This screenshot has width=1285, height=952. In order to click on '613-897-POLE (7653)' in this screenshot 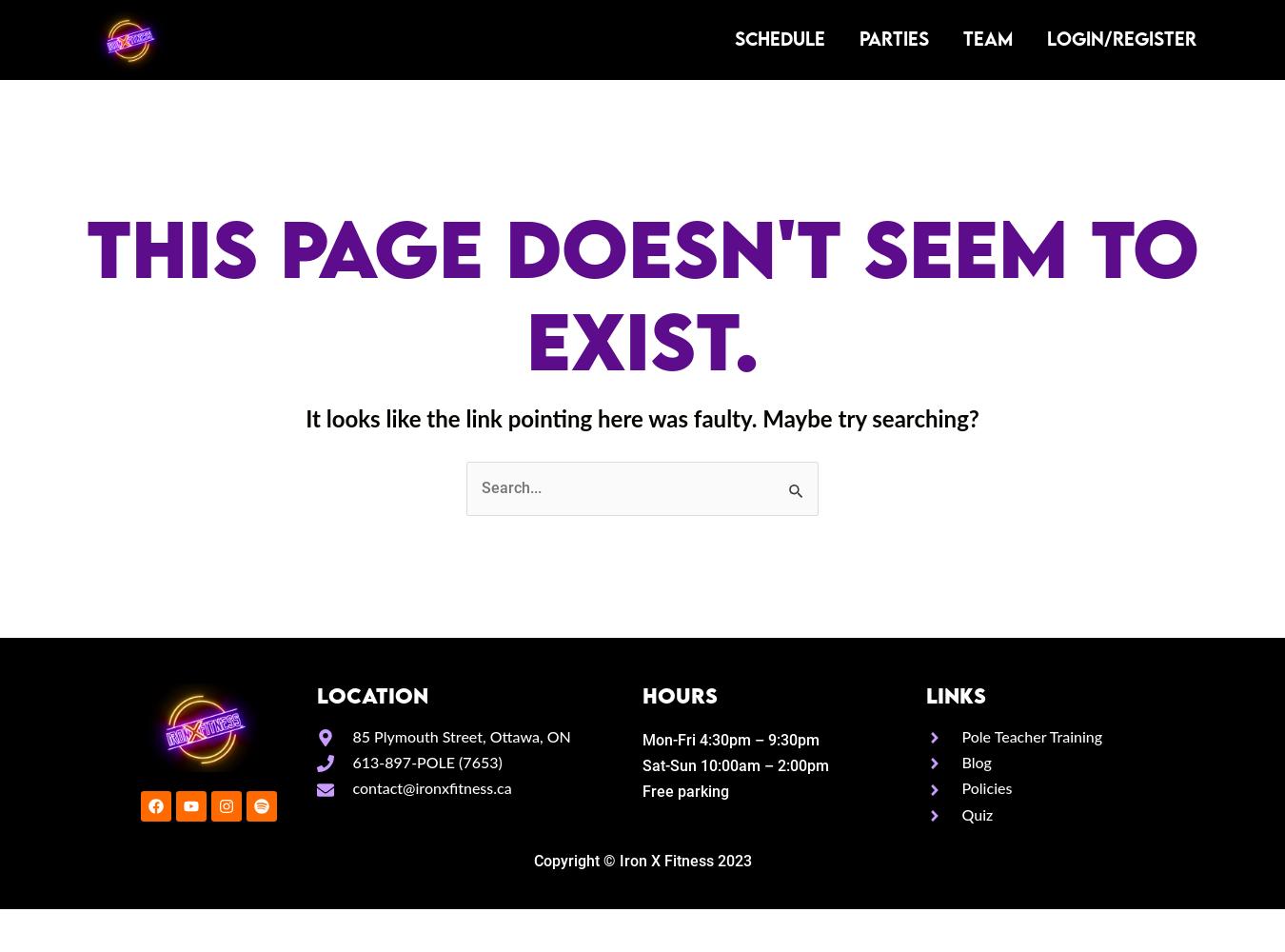, I will do `click(352, 764)`.